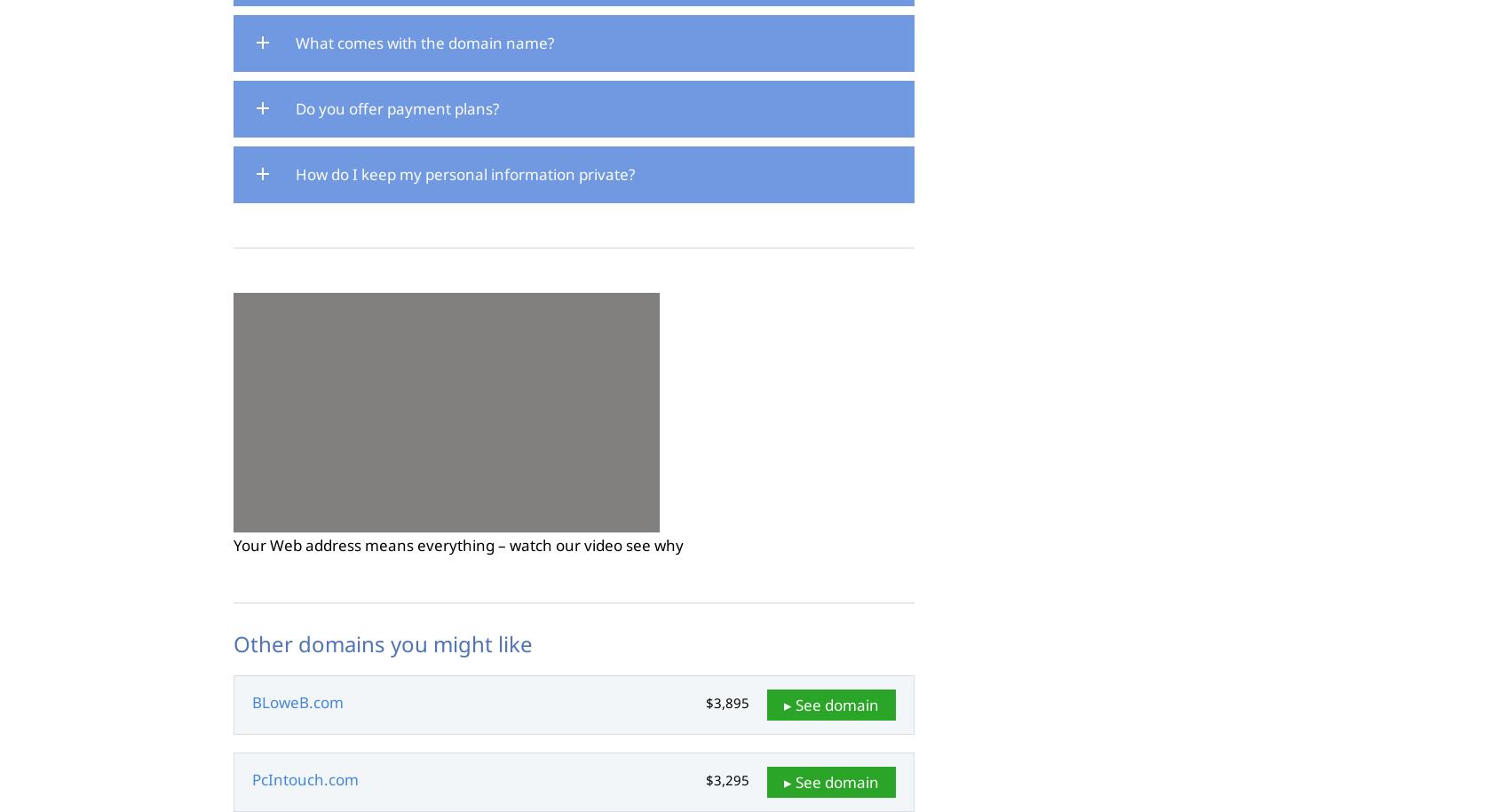  What do you see at coordinates (423, 43) in the screenshot?
I see `'What comes with the domain name?'` at bounding box center [423, 43].